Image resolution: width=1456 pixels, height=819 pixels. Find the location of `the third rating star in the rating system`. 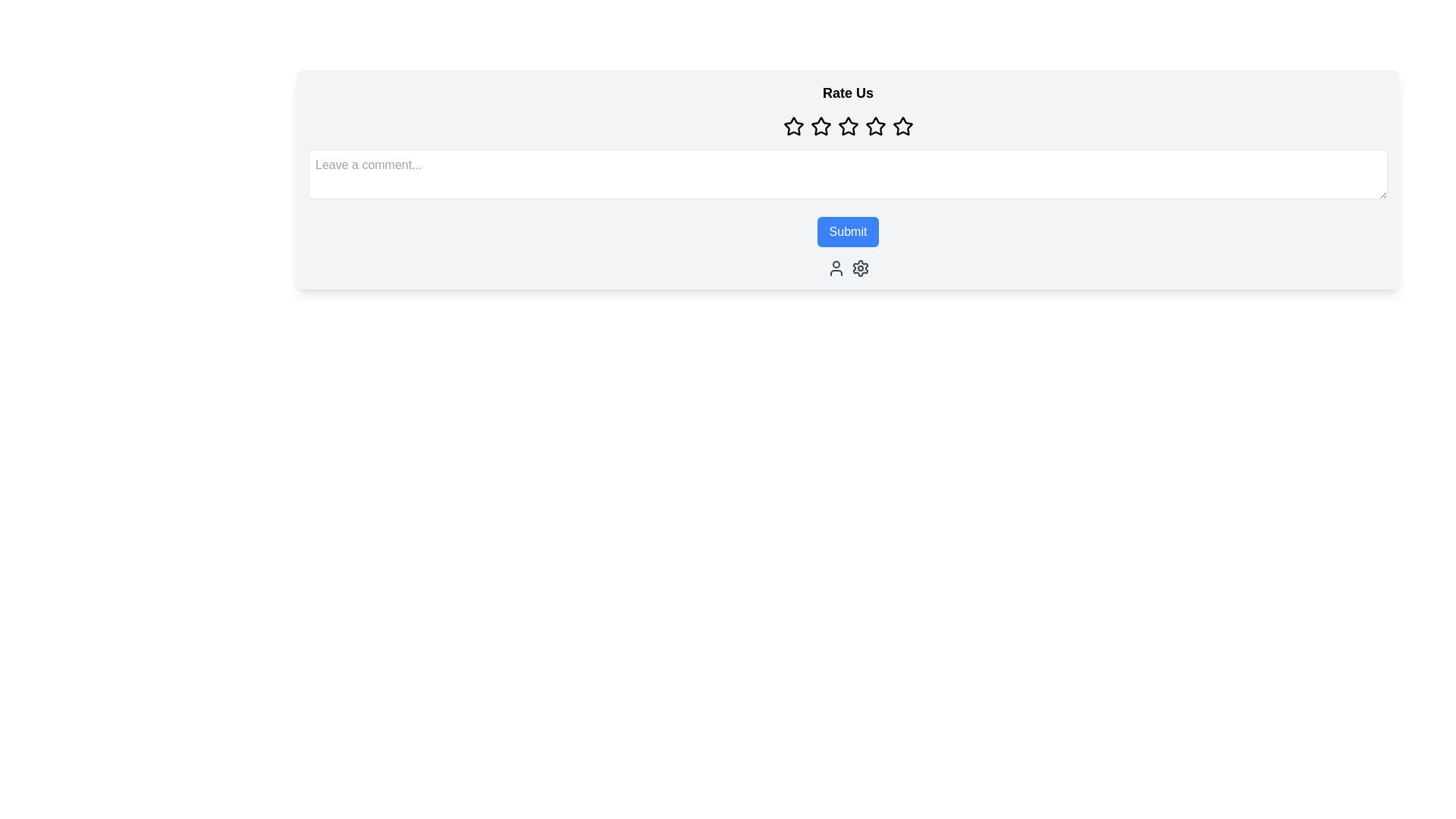

the third rating star in the rating system is located at coordinates (847, 125).